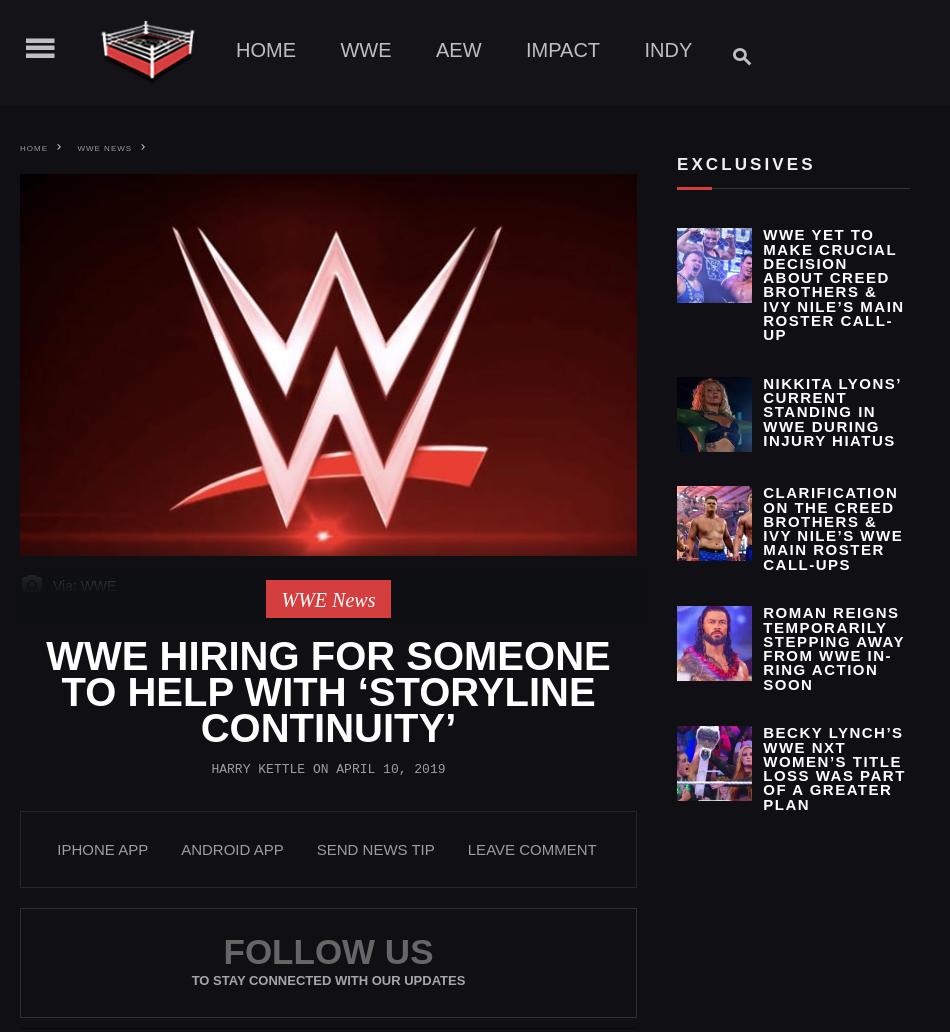  What do you see at coordinates (82, 585) in the screenshot?
I see `'Via: WWE'` at bounding box center [82, 585].